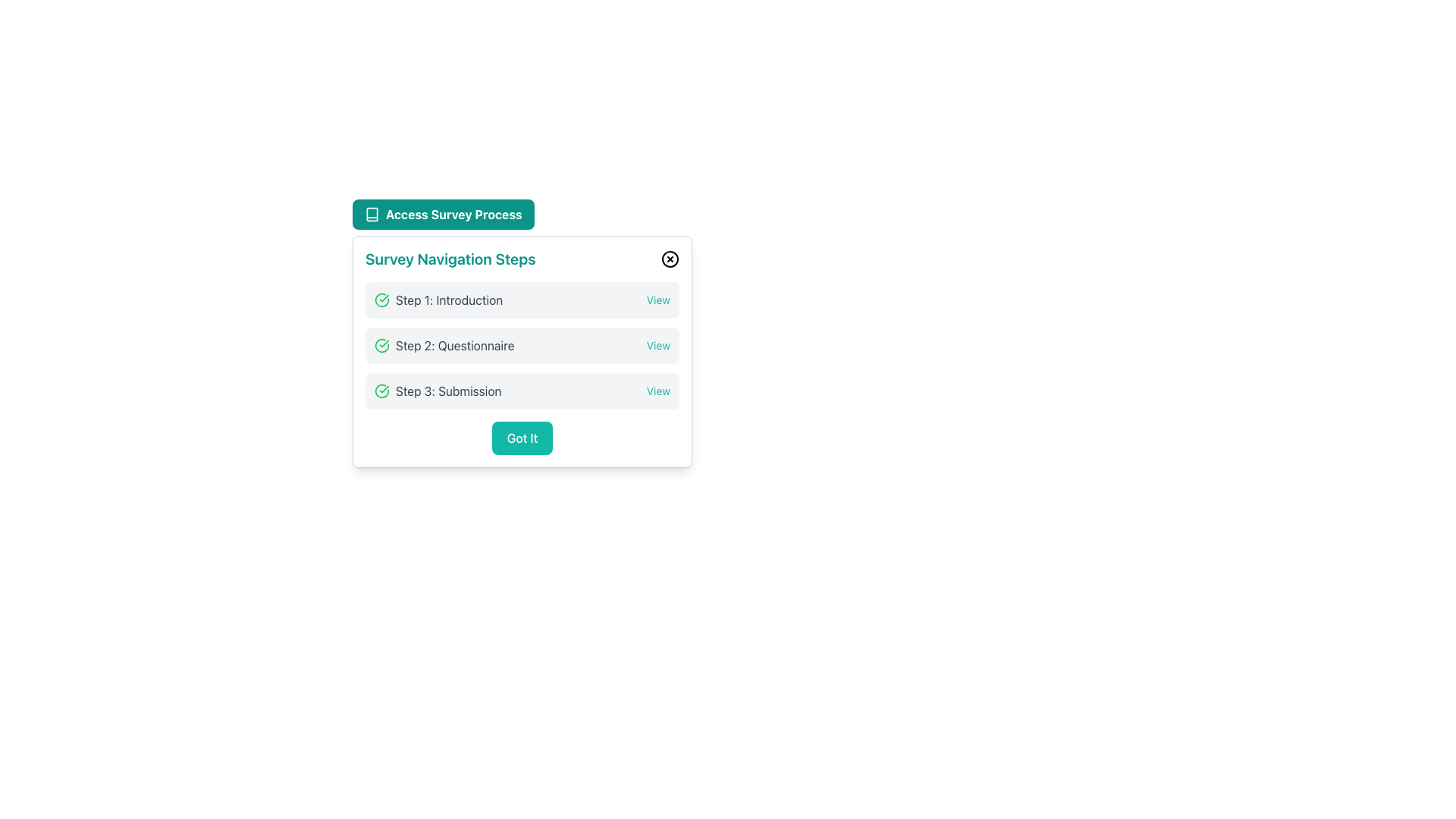 This screenshot has width=1456, height=819. What do you see at coordinates (658, 300) in the screenshot?
I see `the text link located in the 'Step 1: Introduction' row to underline it` at bounding box center [658, 300].